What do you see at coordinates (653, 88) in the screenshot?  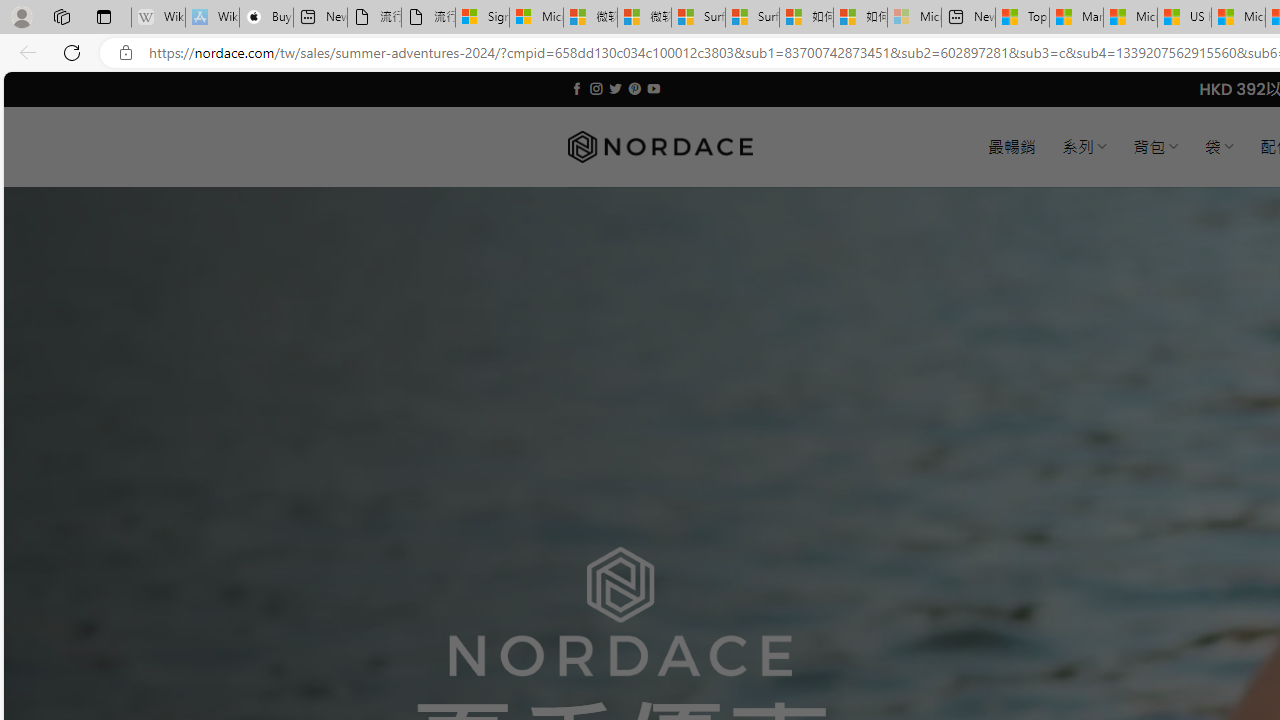 I see `'Follow on YouTube'` at bounding box center [653, 88].